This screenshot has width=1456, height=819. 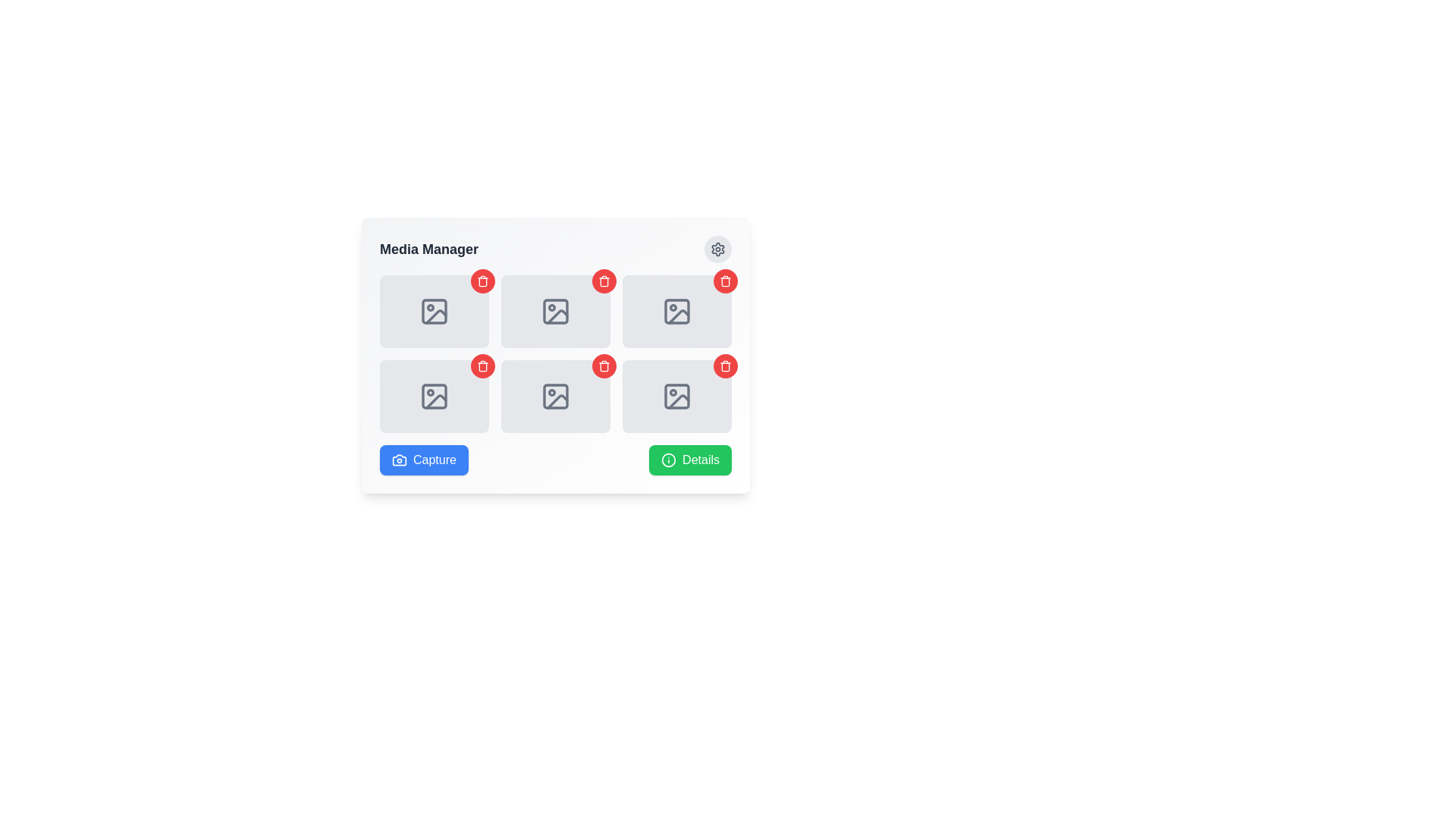 What do you see at coordinates (603, 366) in the screenshot?
I see `the trash bin icon button, which is styled as a red circular button with white lines, located at the top-right corner of the fourth placeholder image in a grid of six` at bounding box center [603, 366].